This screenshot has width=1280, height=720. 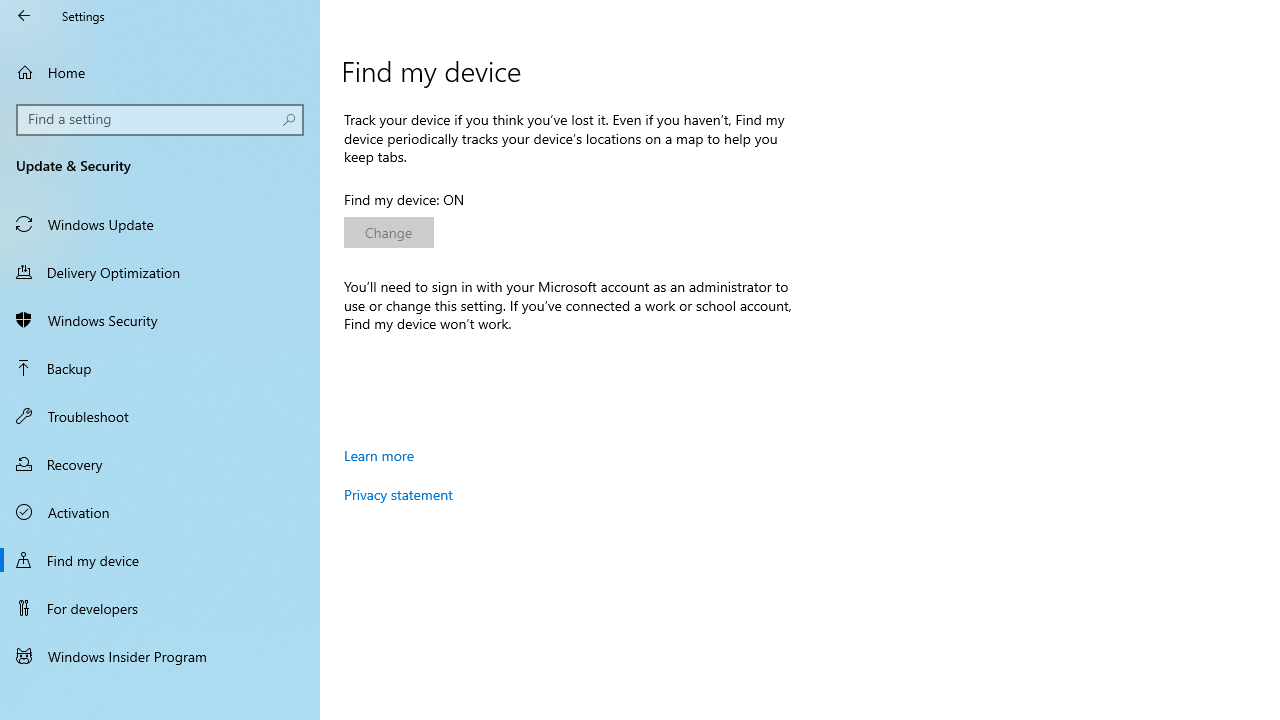 I want to click on 'For developers', so click(x=160, y=607).